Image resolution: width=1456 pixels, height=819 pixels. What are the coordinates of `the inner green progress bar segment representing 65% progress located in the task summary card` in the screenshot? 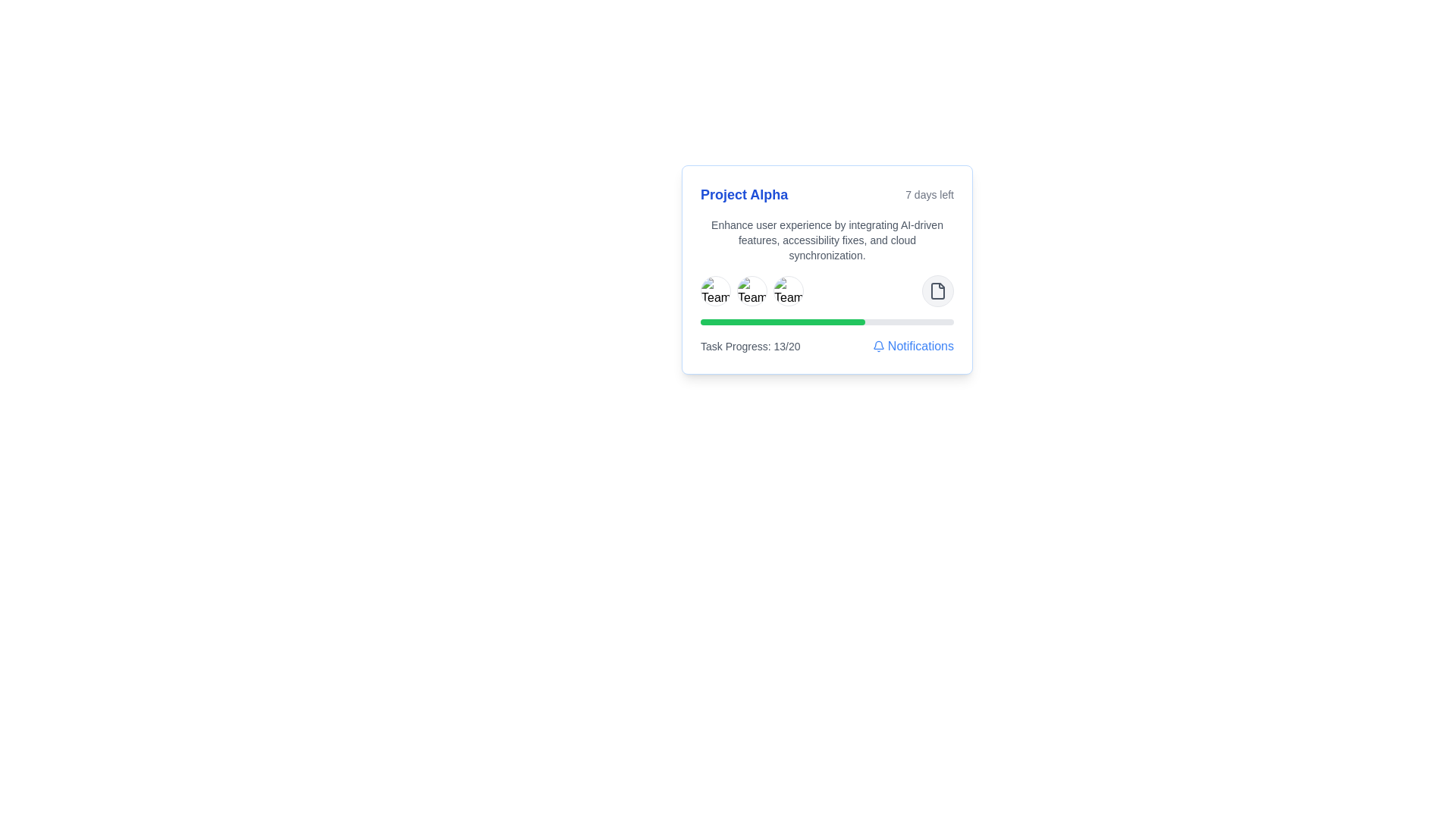 It's located at (783, 321).